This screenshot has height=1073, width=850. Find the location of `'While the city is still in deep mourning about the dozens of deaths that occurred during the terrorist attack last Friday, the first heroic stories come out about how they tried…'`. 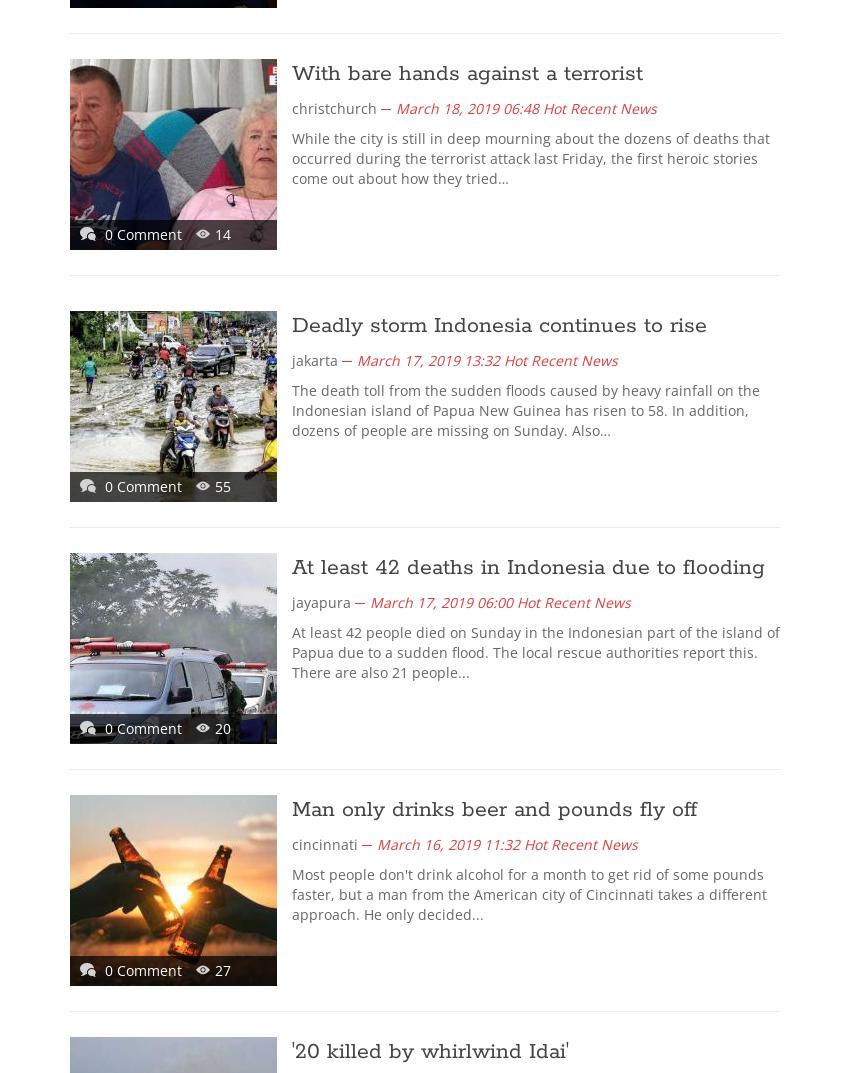

'While the city is still in deep mourning about the dozens of deaths that occurred during the terrorist attack last Friday, the first heroic stories come out about how they tried…' is located at coordinates (529, 157).